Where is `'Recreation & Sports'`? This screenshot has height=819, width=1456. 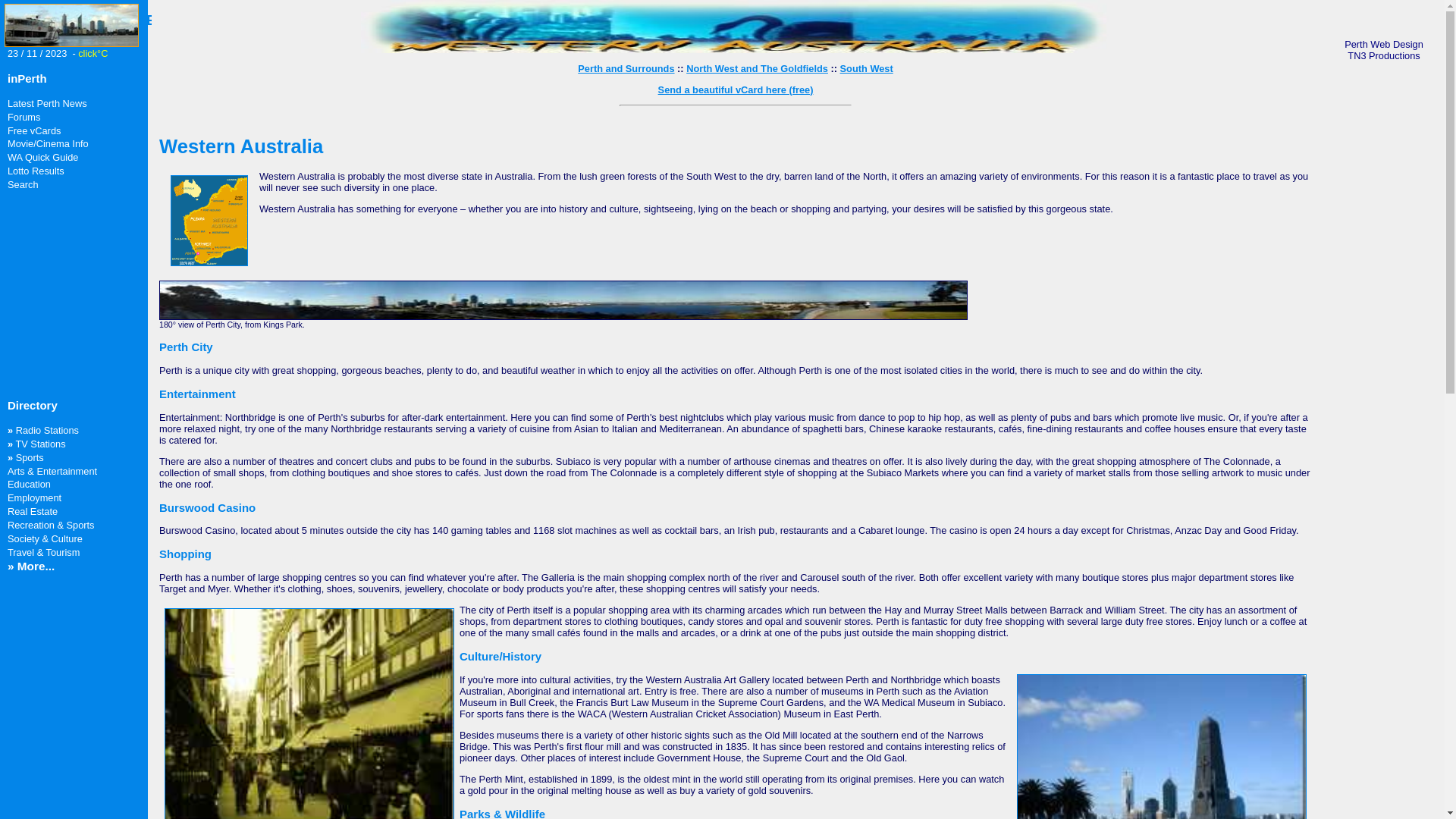 'Recreation & Sports' is located at coordinates (51, 524).